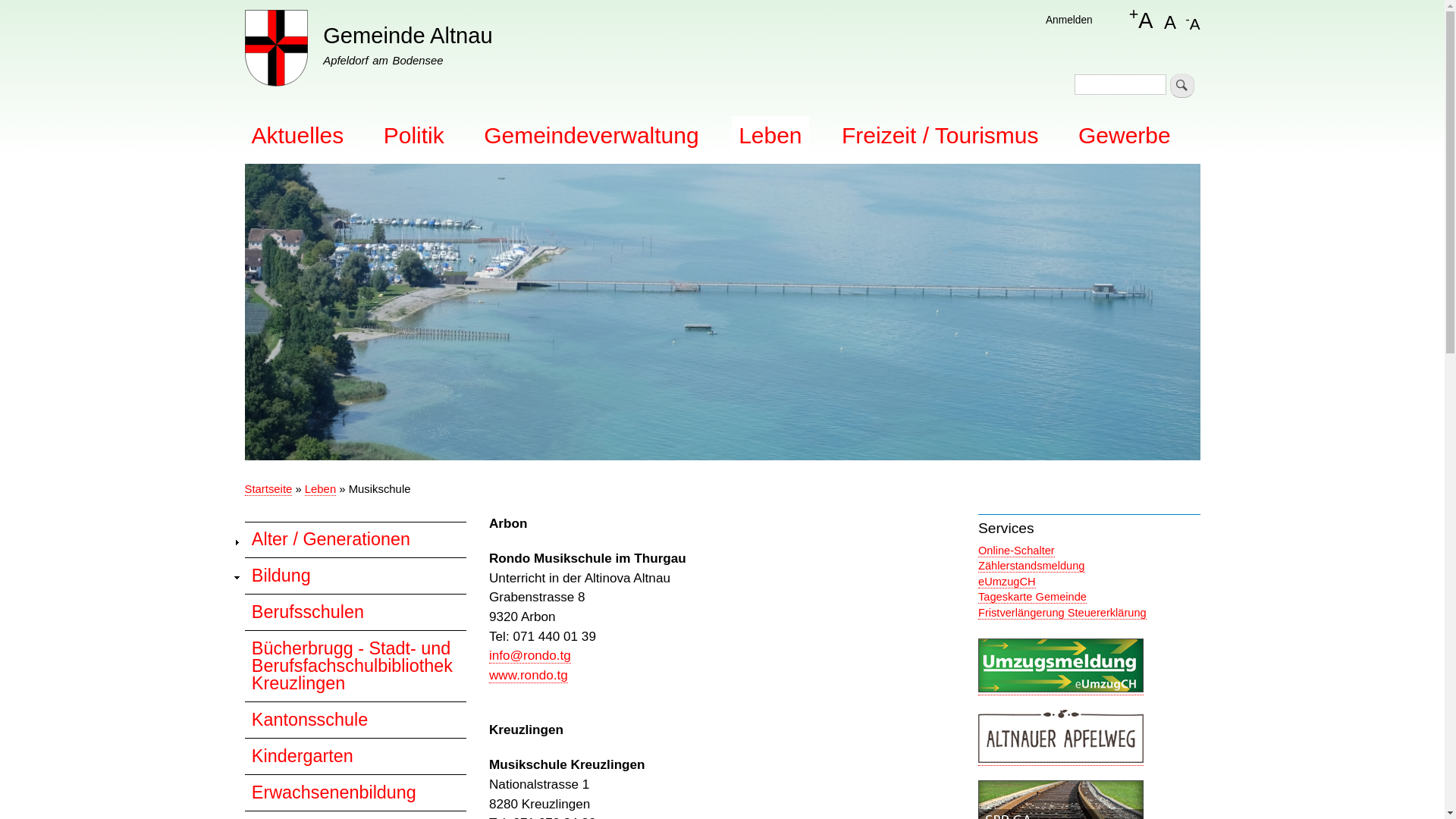 Image resolution: width=1456 pixels, height=819 pixels. Describe the element at coordinates (268, 489) in the screenshot. I see `'Startseite'` at that location.